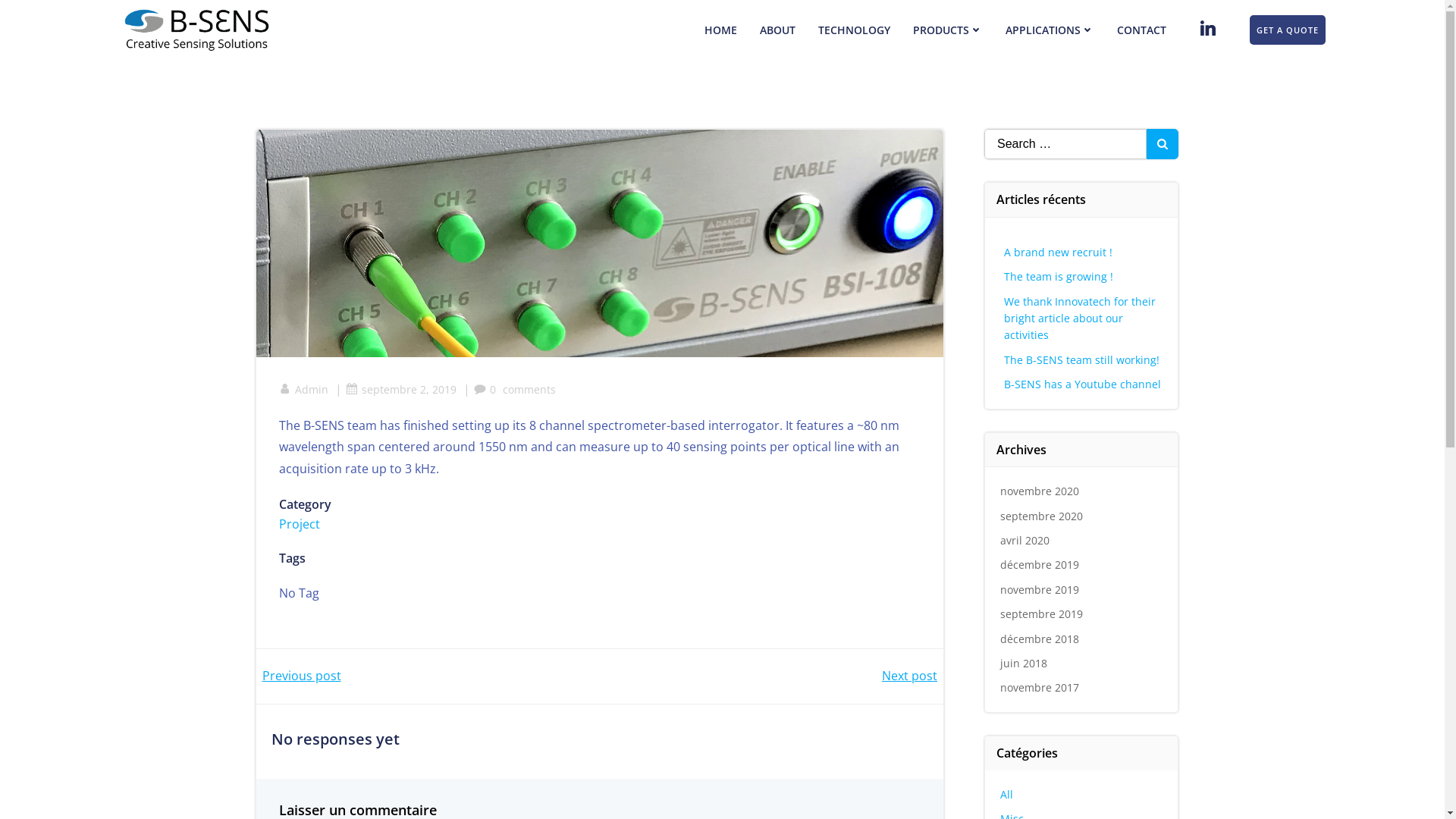  I want to click on 'The team is growing !', so click(1058, 276).